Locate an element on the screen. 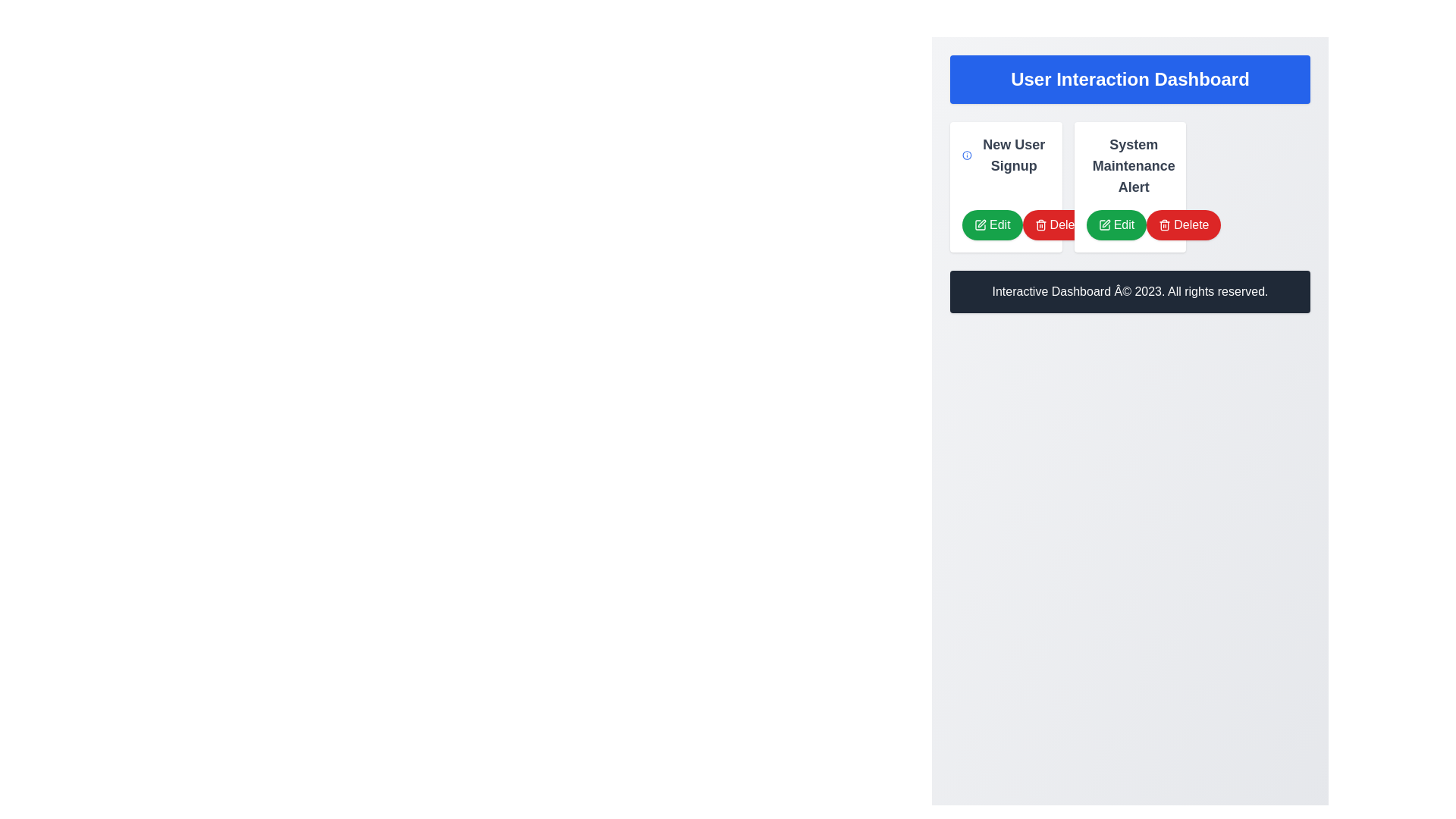 The height and width of the screenshot is (819, 1456). the green 'Edit' button with a pen icon located in the 'System Maintenance Alert' panel to observe its visual change indicating interactivity is located at coordinates (1116, 225).